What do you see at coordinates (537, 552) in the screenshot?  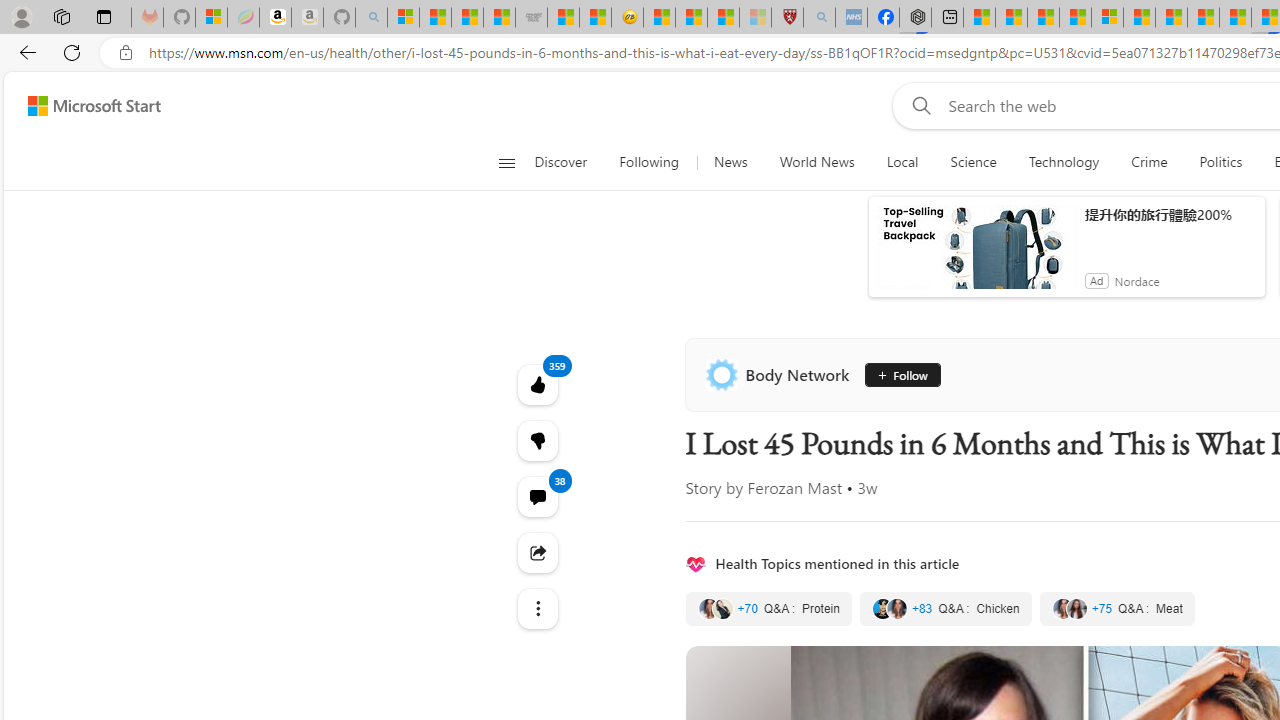 I see `'Share this story'` at bounding box center [537, 552].